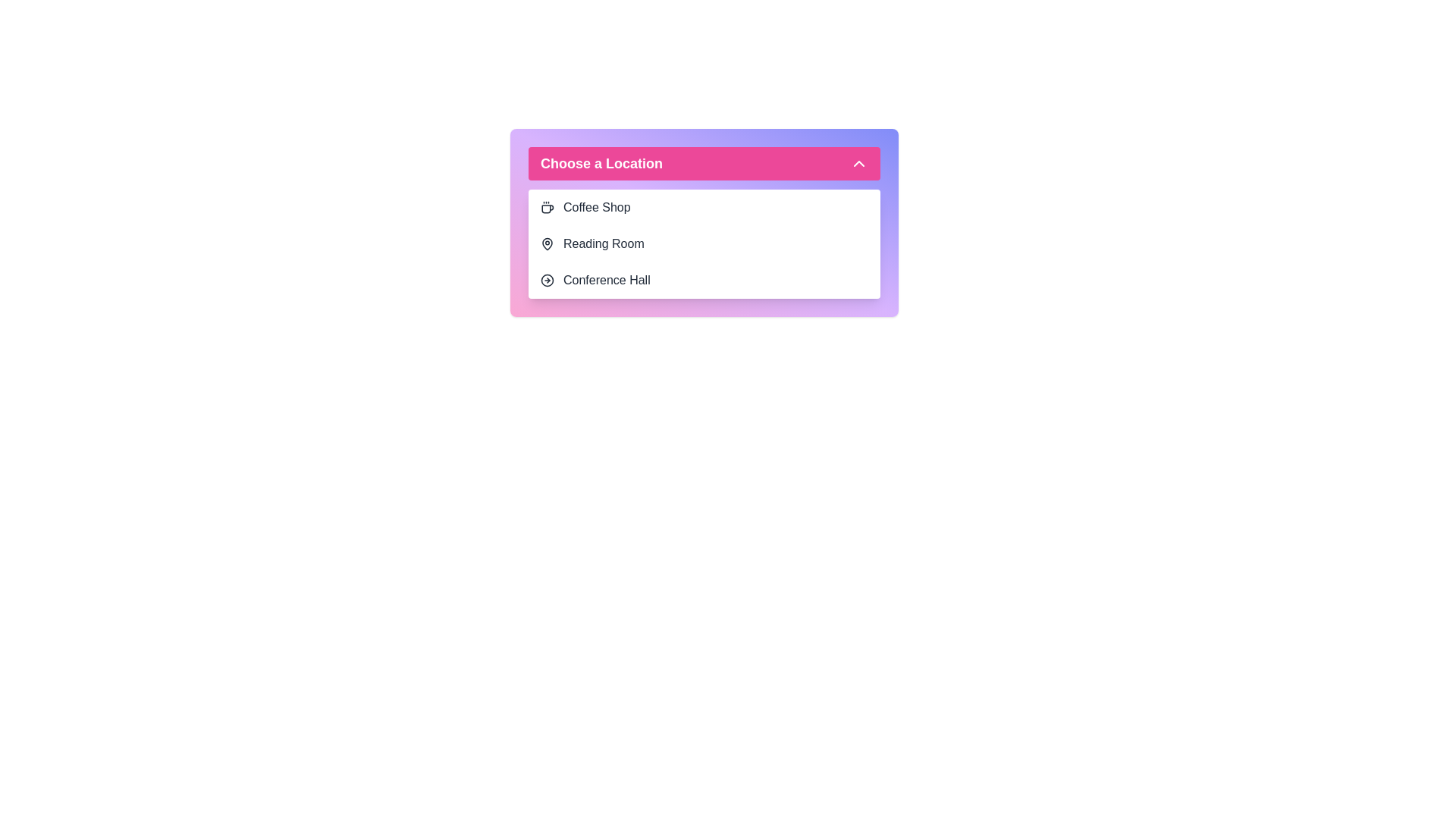 This screenshot has height=819, width=1456. I want to click on the section Coffee Shop from the dropdown menu, so click(704, 207).